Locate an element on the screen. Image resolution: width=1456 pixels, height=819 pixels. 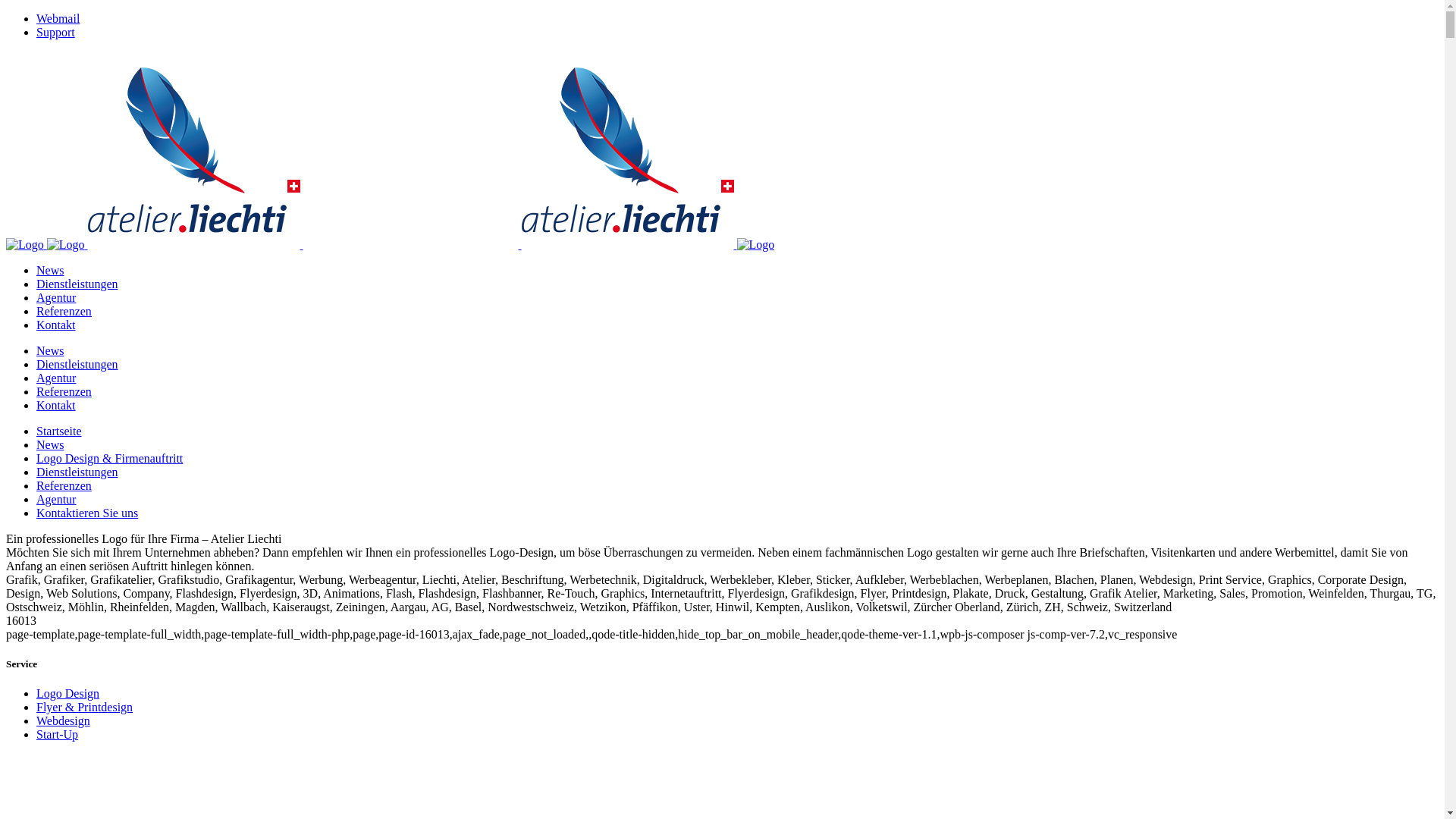
'Kontakt' is located at coordinates (55, 324).